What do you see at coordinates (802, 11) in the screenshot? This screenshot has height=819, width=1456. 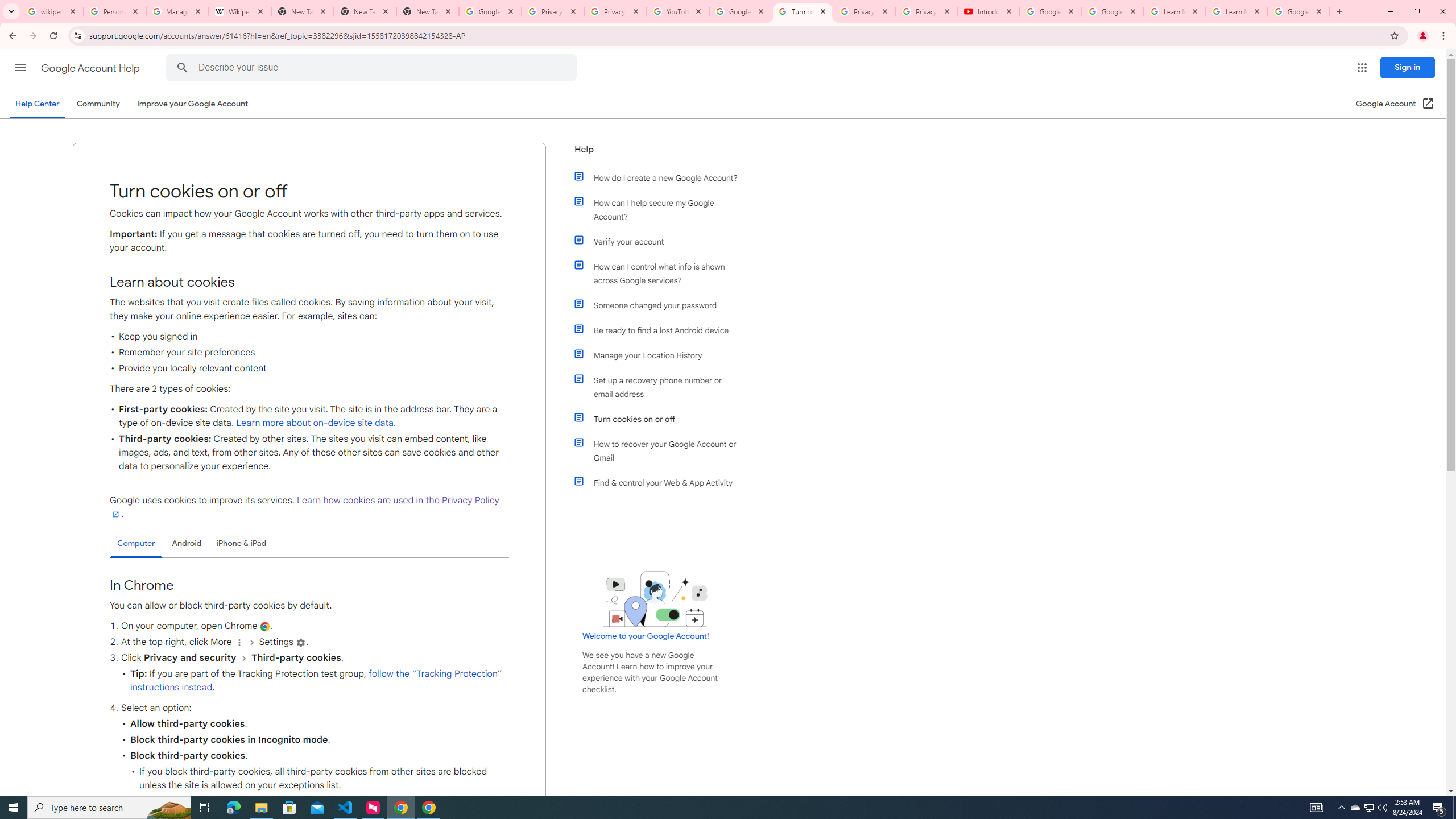 I see `'Turn cookies on or off - Computer - Google Account Help'` at bounding box center [802, 11].